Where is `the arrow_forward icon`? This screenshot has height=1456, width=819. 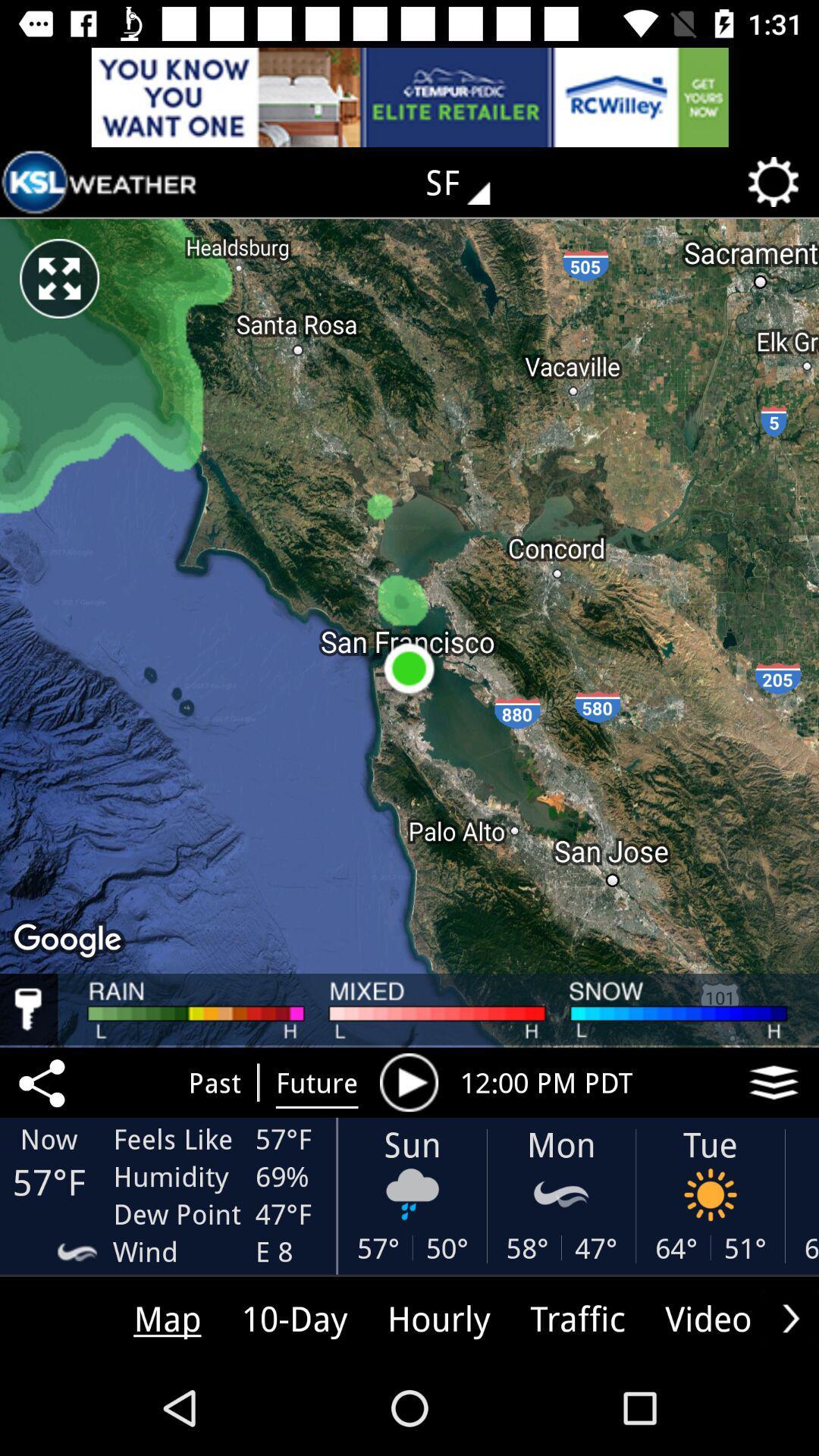
the arrow_forward icon is located at coordinates (790, 1317).